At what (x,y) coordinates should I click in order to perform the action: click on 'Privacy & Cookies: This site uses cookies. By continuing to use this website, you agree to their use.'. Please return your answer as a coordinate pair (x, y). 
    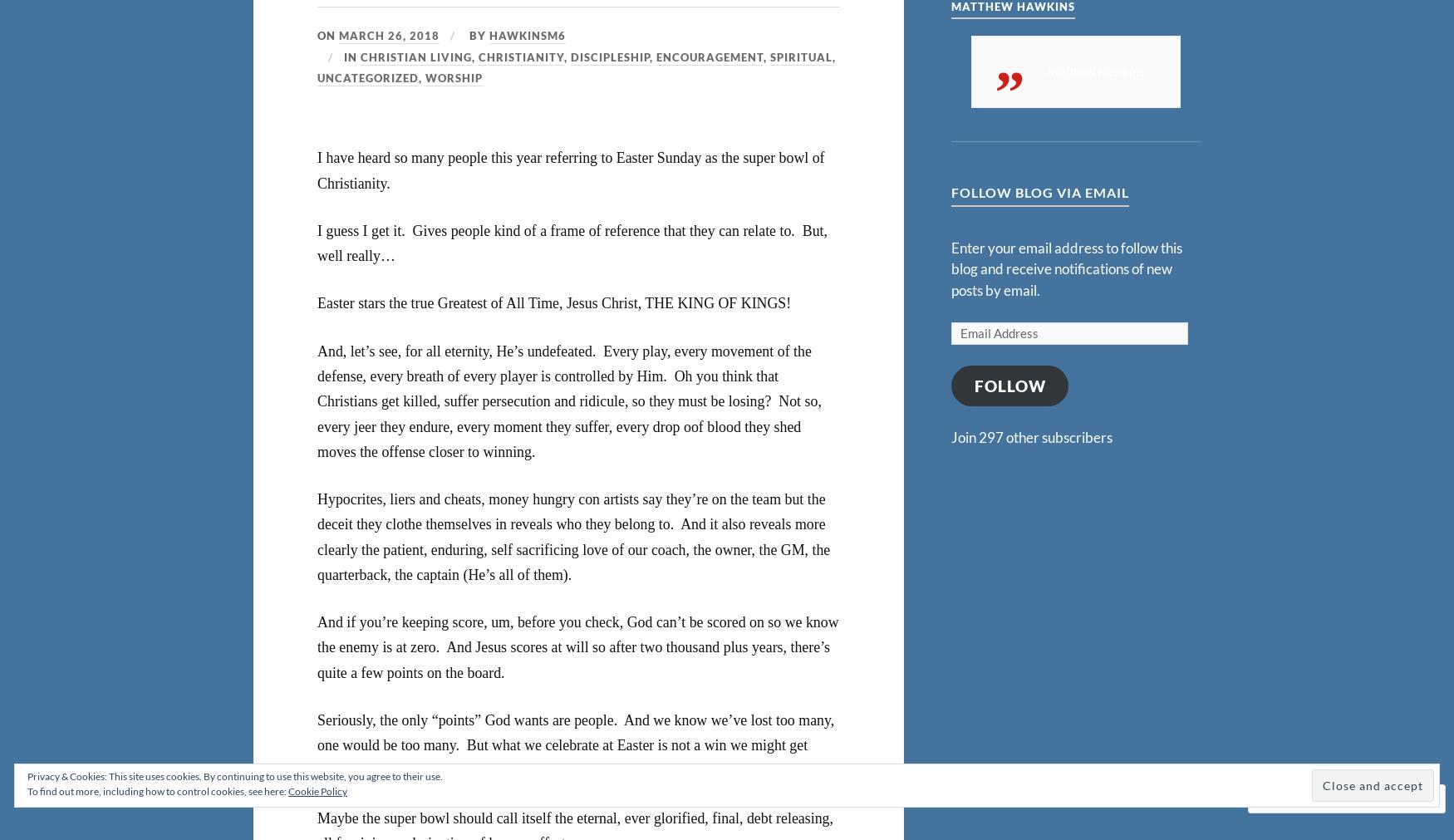
    Looking at the image, I should click on (233, 776).